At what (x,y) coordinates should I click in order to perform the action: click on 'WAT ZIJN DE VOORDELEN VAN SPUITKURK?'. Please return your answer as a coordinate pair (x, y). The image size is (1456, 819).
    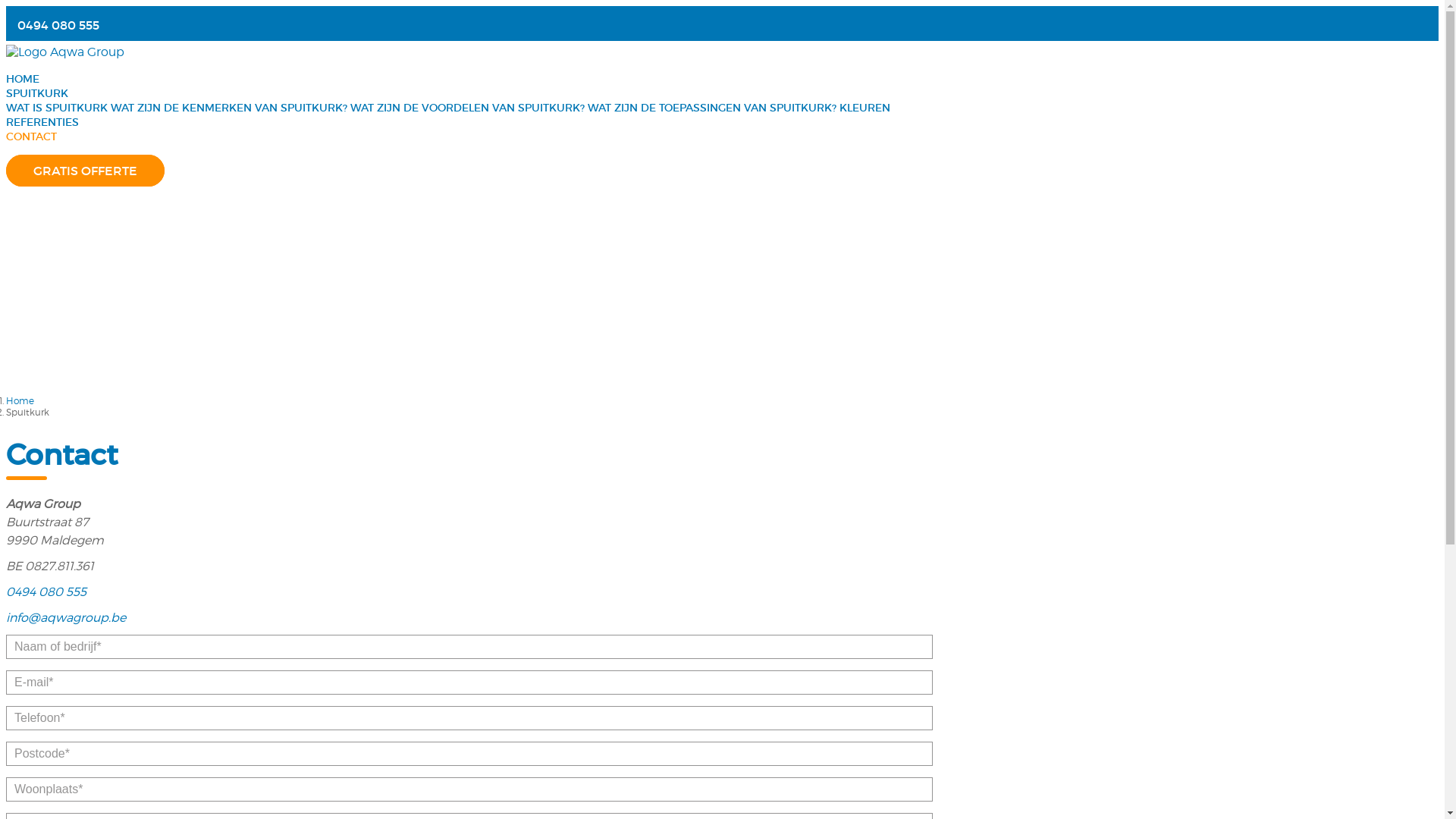
    Looking at the image, I should click on (466, 107).